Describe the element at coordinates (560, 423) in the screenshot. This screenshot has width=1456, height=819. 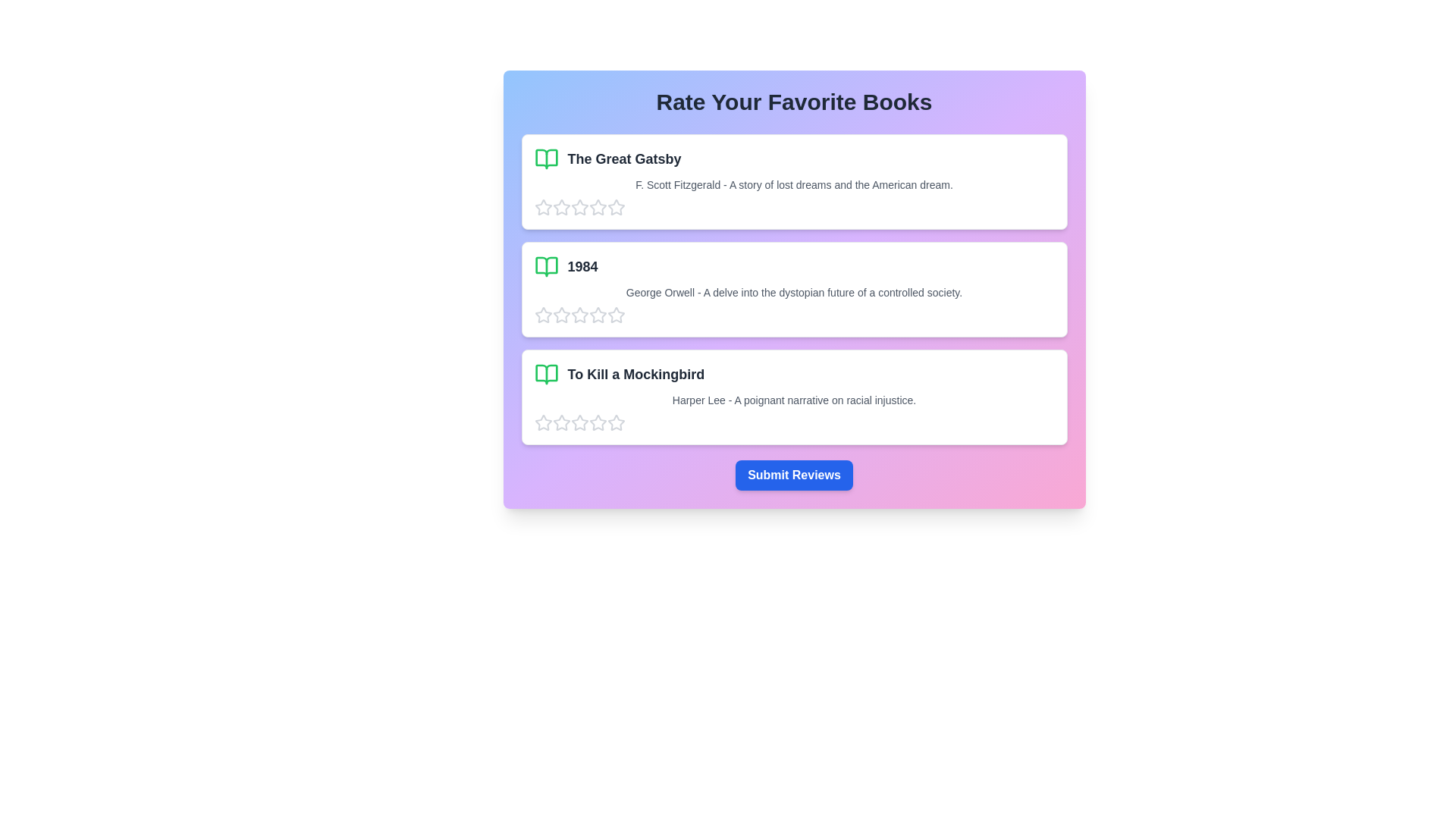
I see `the star corresponding to 2 for the book titled To Kill a Mockingbird` at that location.